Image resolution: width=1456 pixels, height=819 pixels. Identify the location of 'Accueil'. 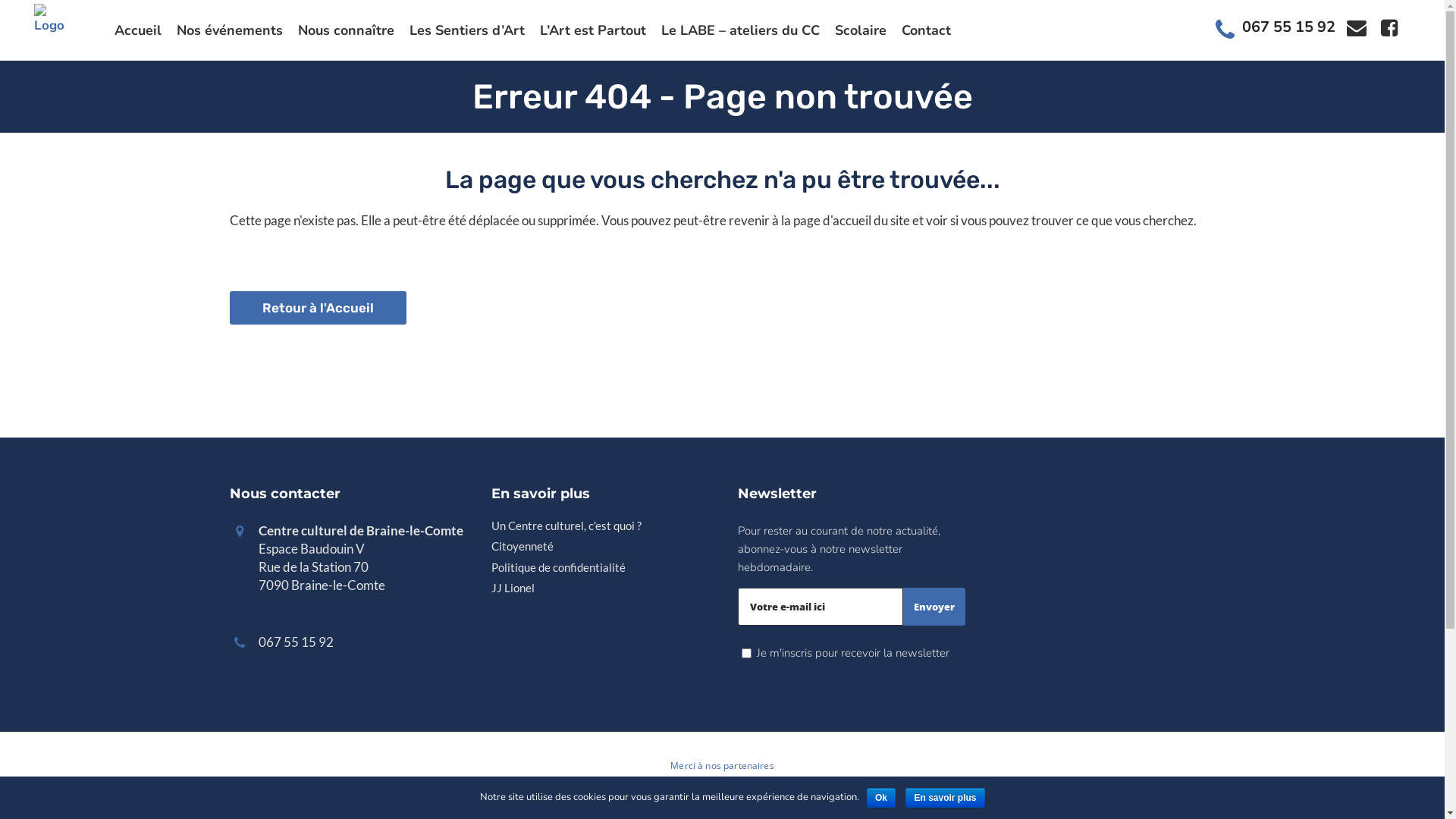
(138, 30).